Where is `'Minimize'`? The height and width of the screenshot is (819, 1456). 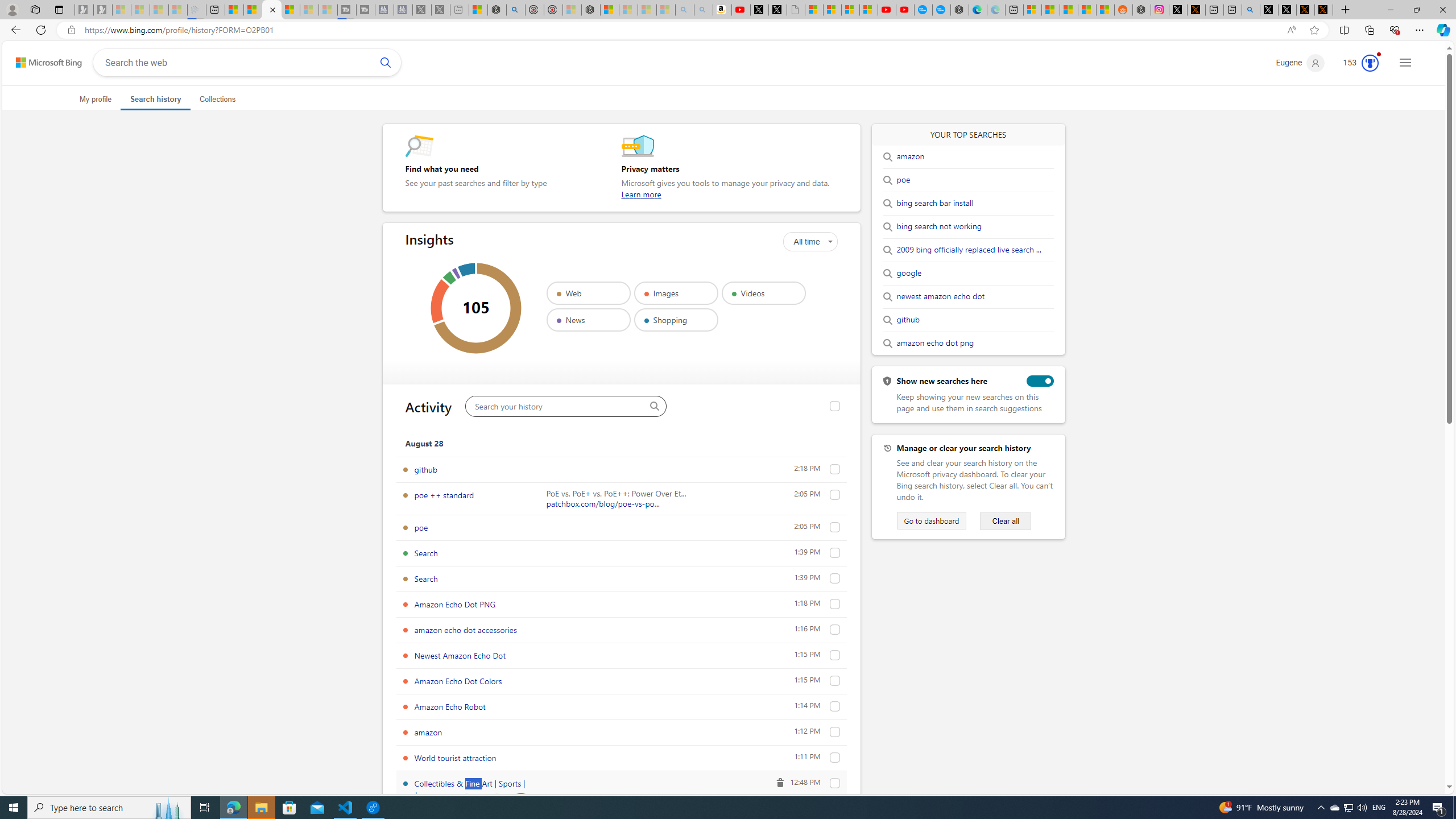 'Minimize' is located at coordinates (1389, 9).